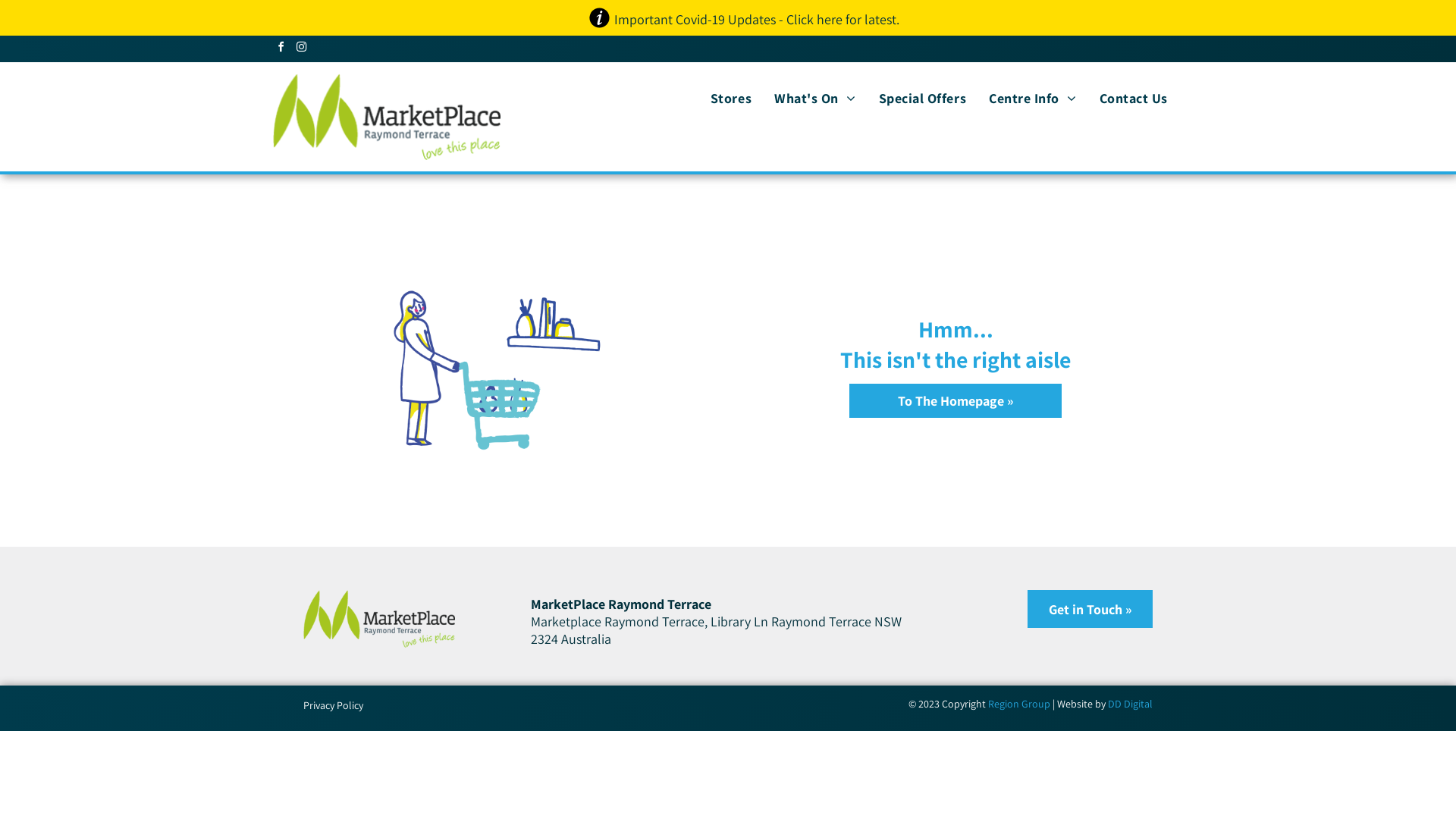 This screenshot has width=1456, height=819. I want to click on 'DD Digital', so click(1130, 704).